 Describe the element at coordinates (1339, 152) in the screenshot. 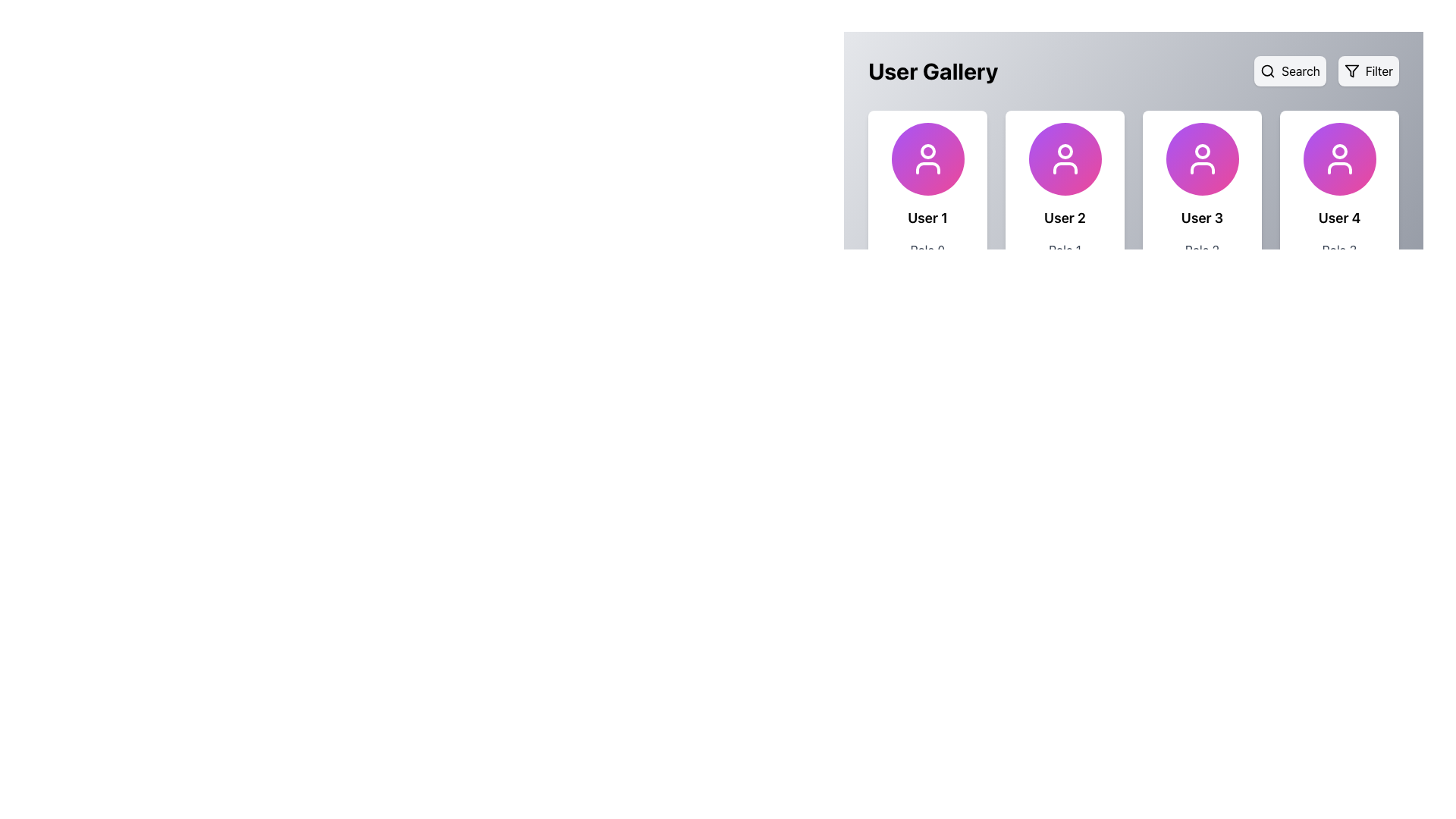

I see `the head circle of the user icon for the fourth user in the user gallery, which is located at the top center of the card titled 'User 4'` at that location.